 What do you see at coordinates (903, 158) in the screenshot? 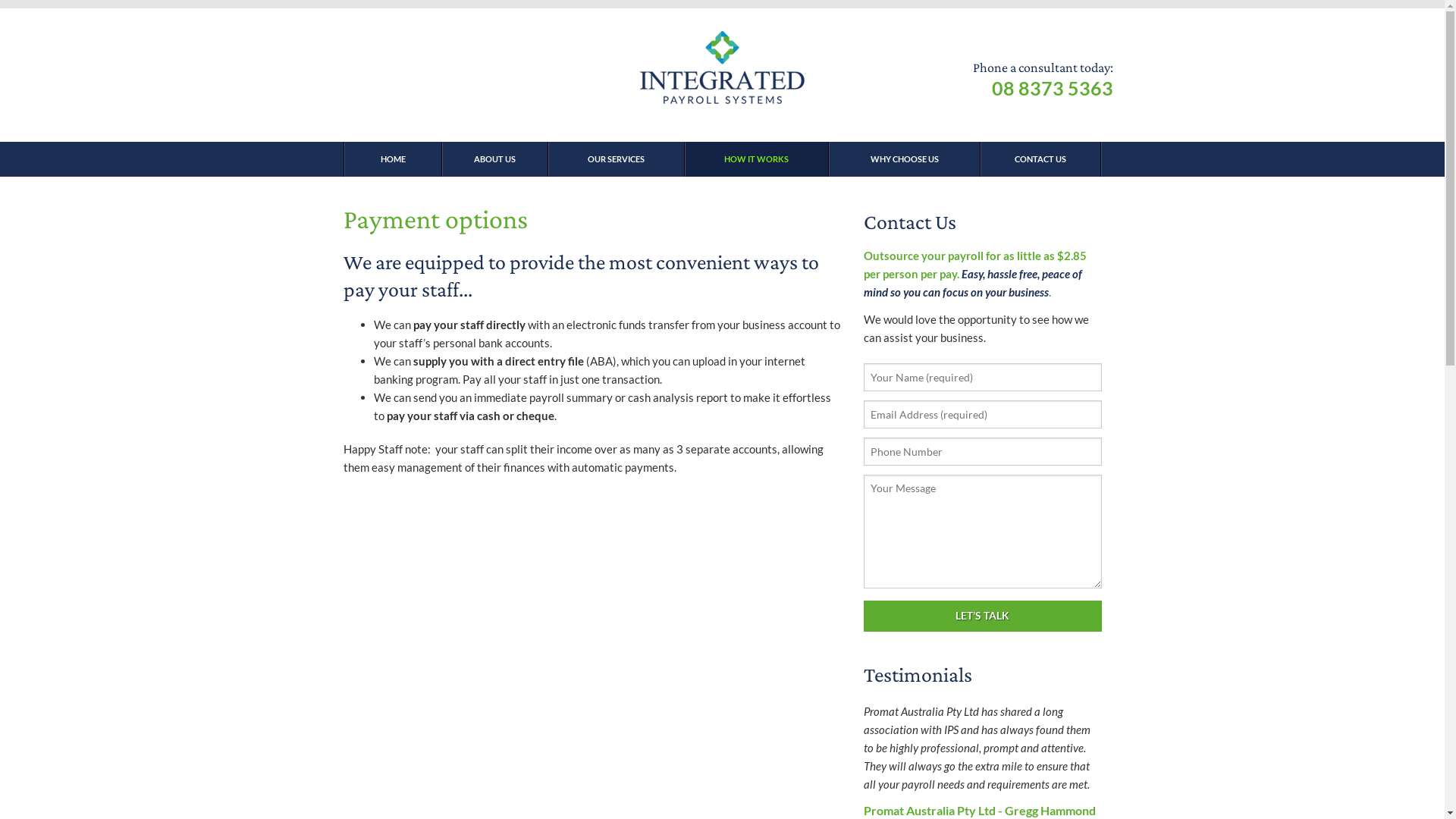
I see `'WHY CHOOSE US'` at bounding box center [903, 158].